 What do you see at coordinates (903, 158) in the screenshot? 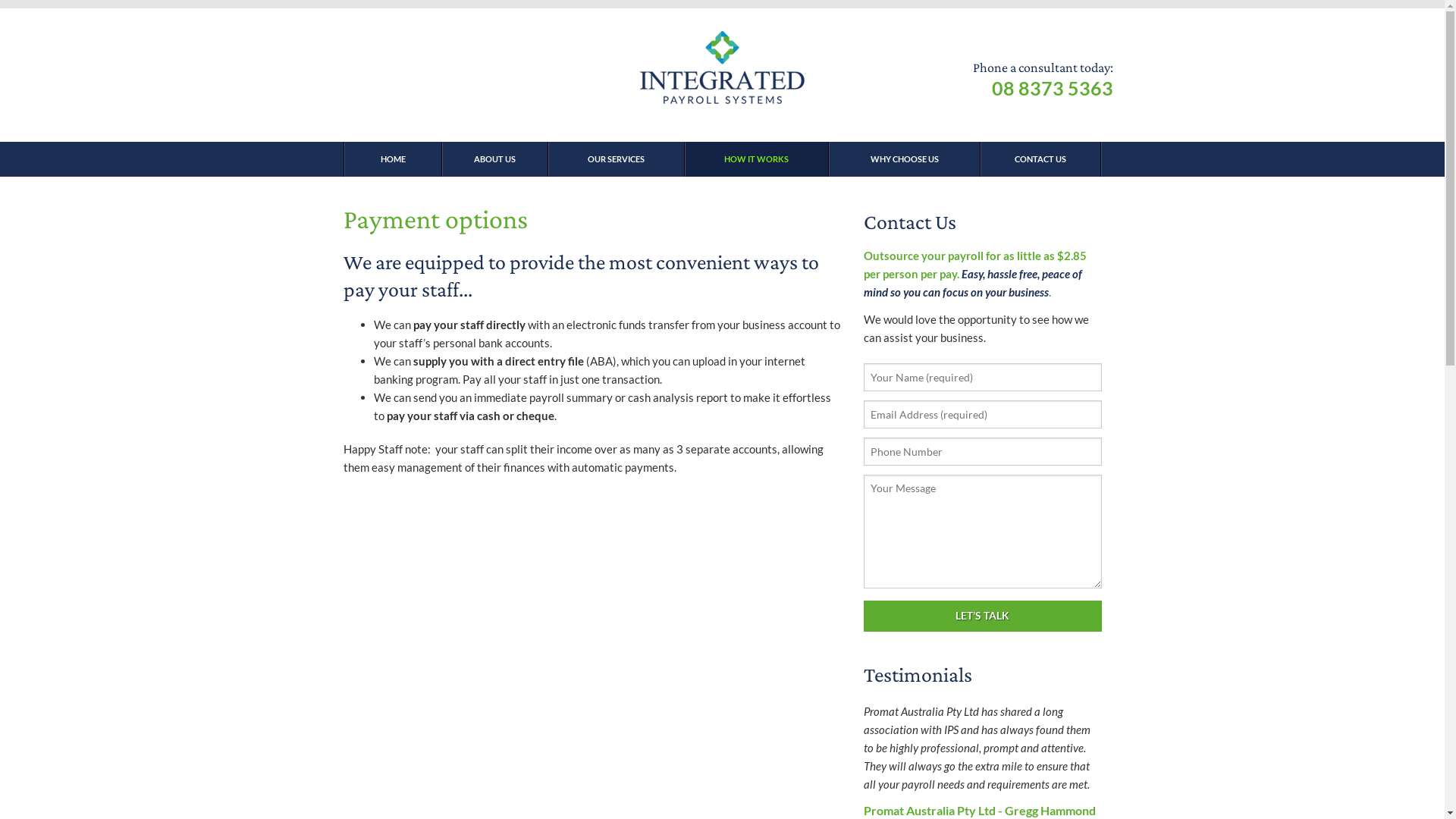
I see `'WHY CHOOSE US'` at bounding box center [903, 158].